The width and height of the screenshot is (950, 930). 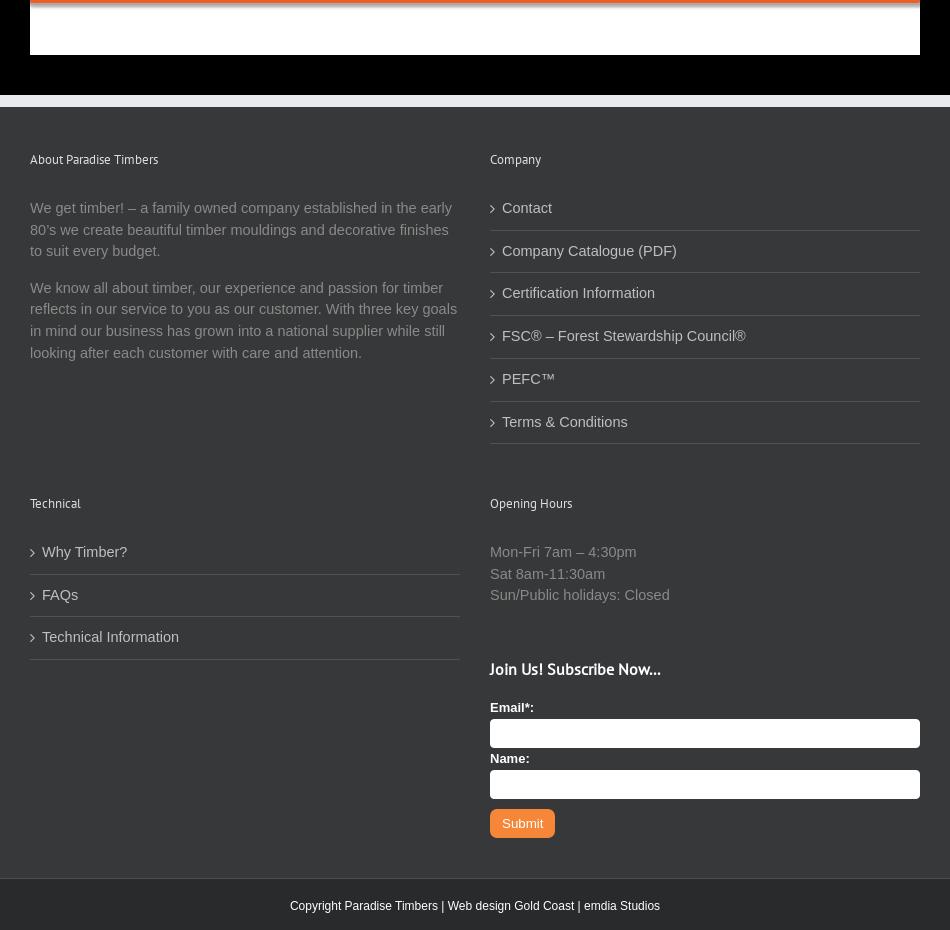 I want to click on 'Mon-Fri 7am – 4:30pm', so click(x=562, y=551).